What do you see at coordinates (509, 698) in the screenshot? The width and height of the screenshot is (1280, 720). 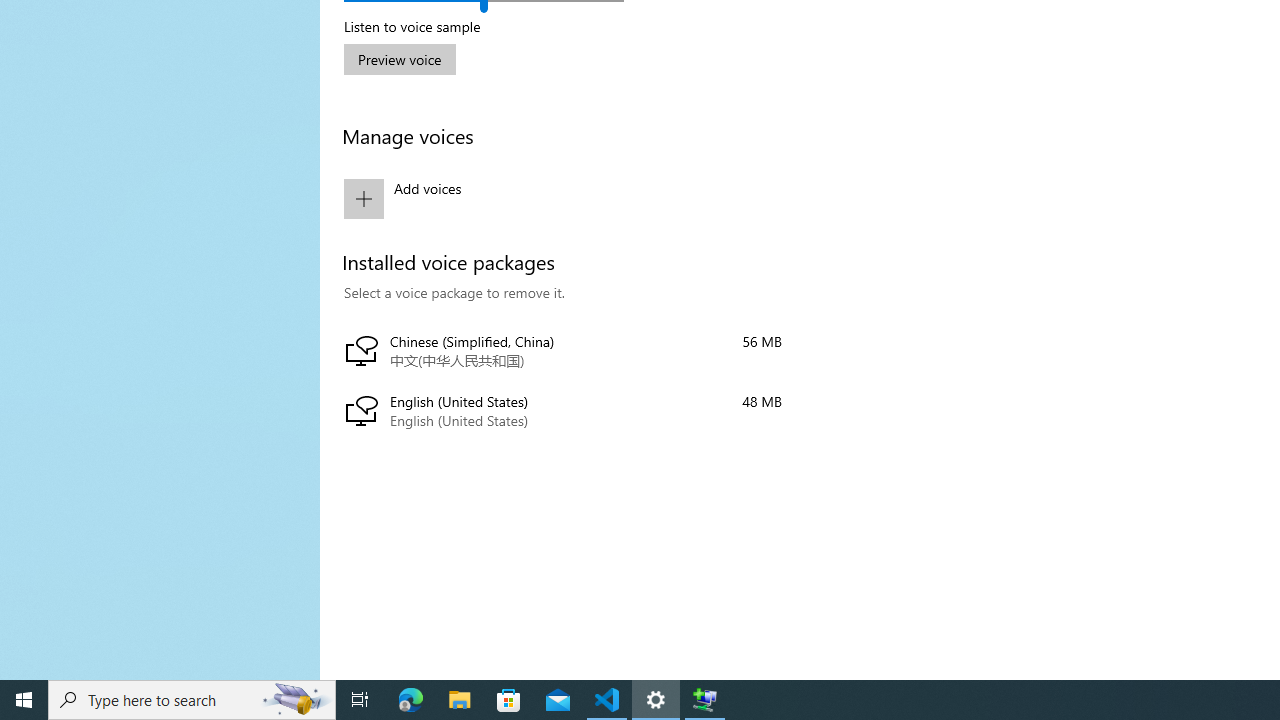 I see `'Microsoft Store'` at bounding box center [509, 698].